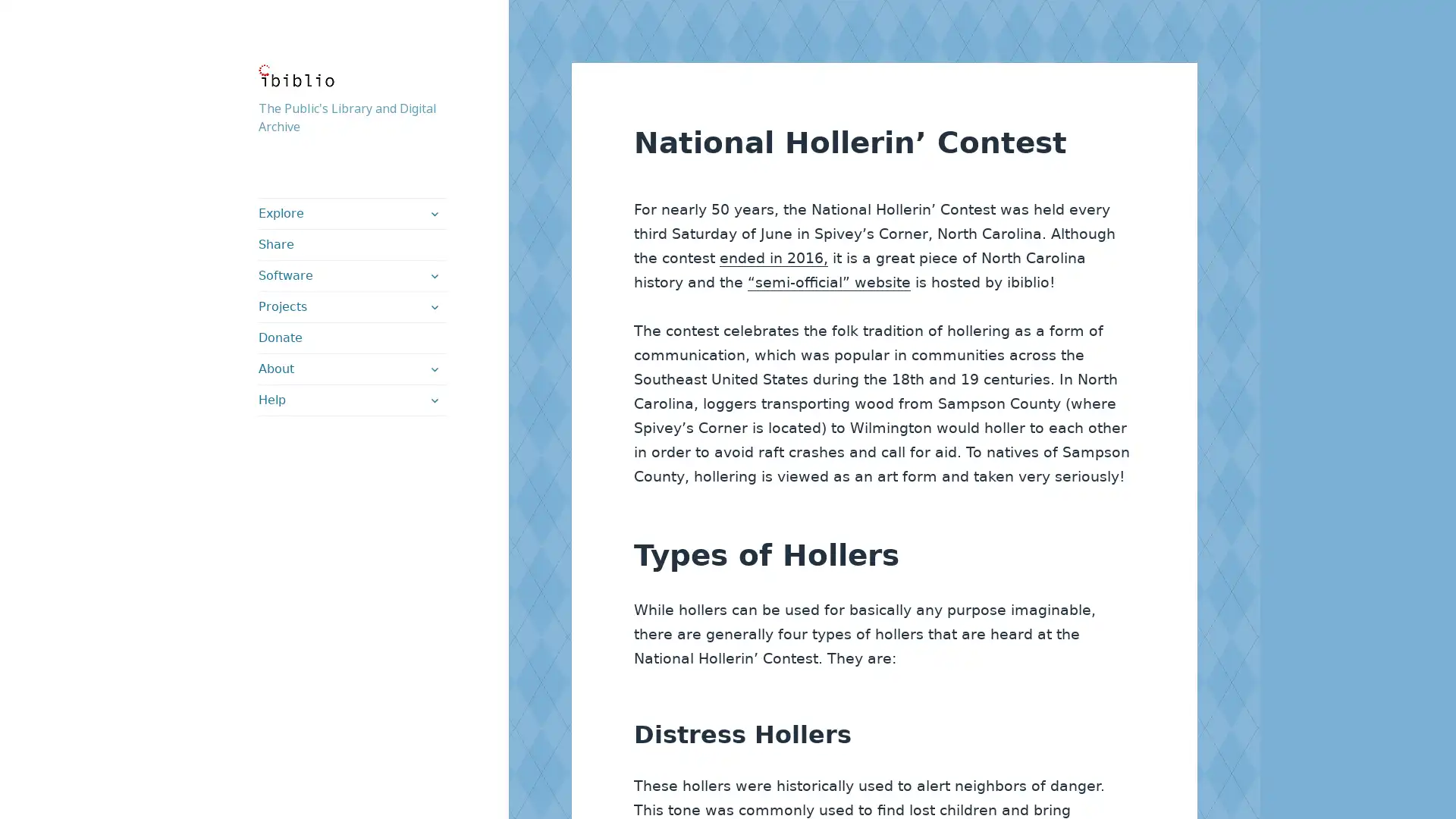  Describe the element at coordinates (432, 400) in the screenshot. I see `expand child menu` at that location.